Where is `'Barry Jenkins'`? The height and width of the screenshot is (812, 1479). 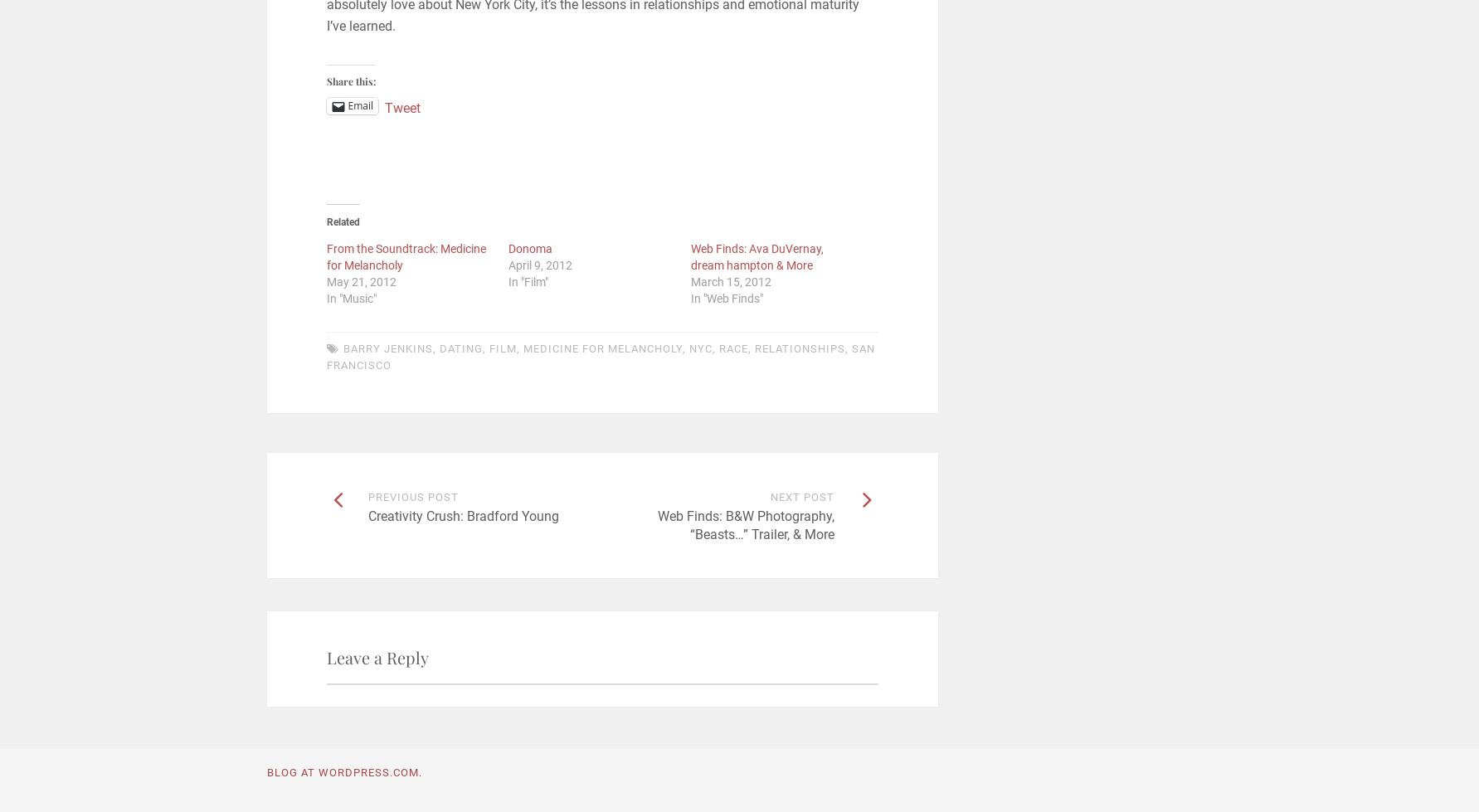
'Barry Jenkins' is located at coordinates (342, 348).